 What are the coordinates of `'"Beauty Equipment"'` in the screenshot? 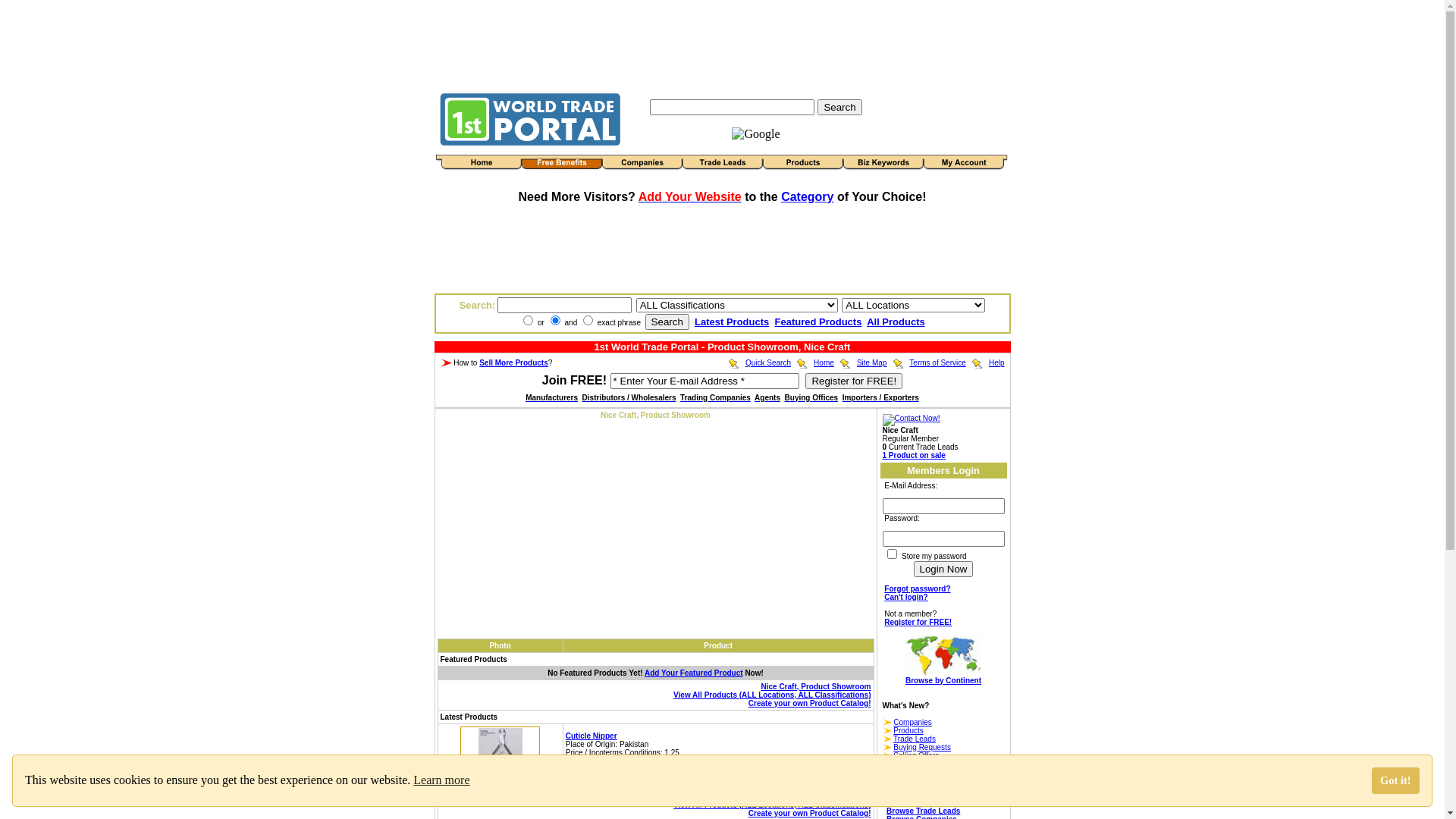 It's located at (701, 769).